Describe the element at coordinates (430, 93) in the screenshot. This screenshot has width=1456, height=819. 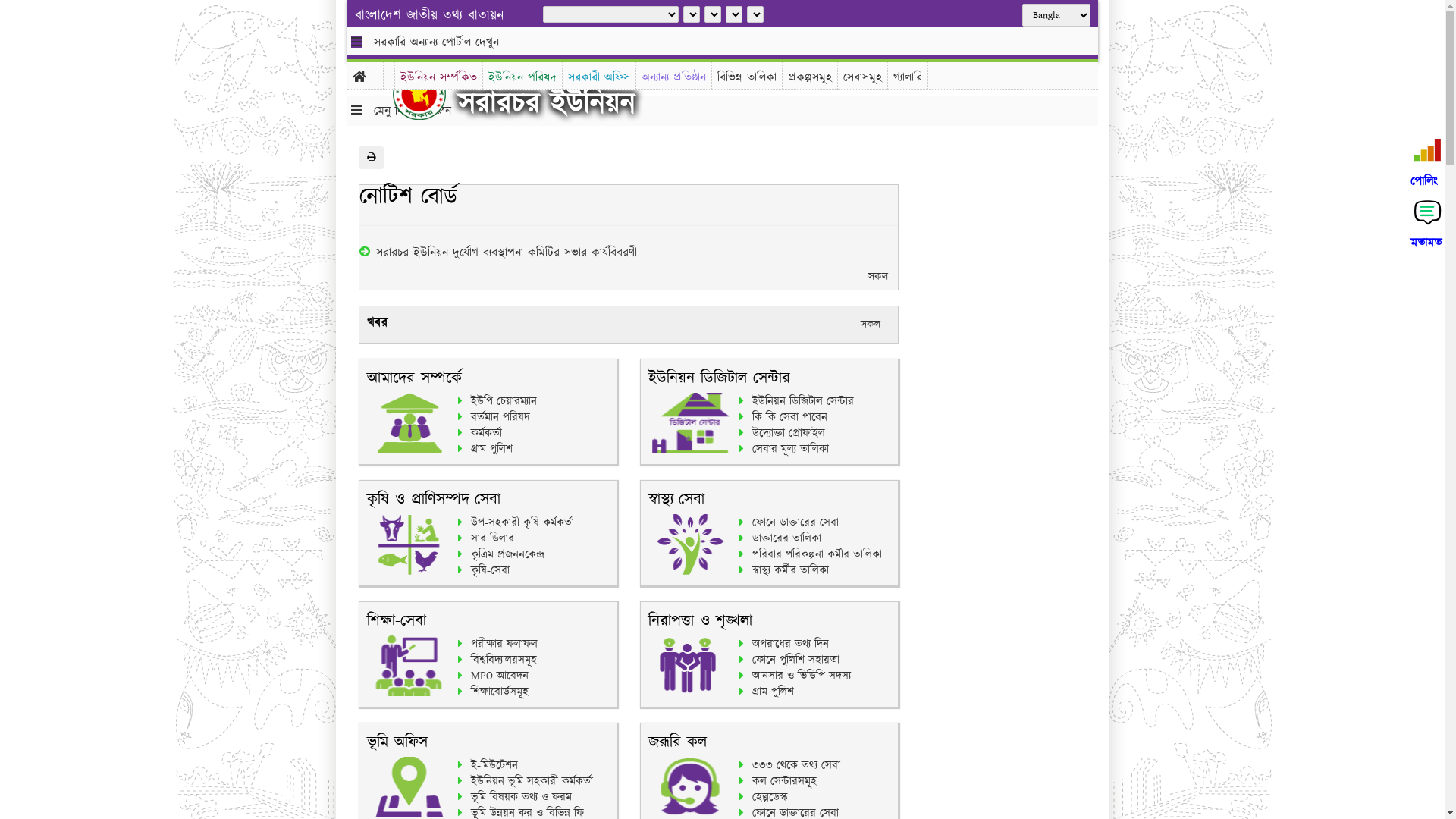
I see `'` at that location.